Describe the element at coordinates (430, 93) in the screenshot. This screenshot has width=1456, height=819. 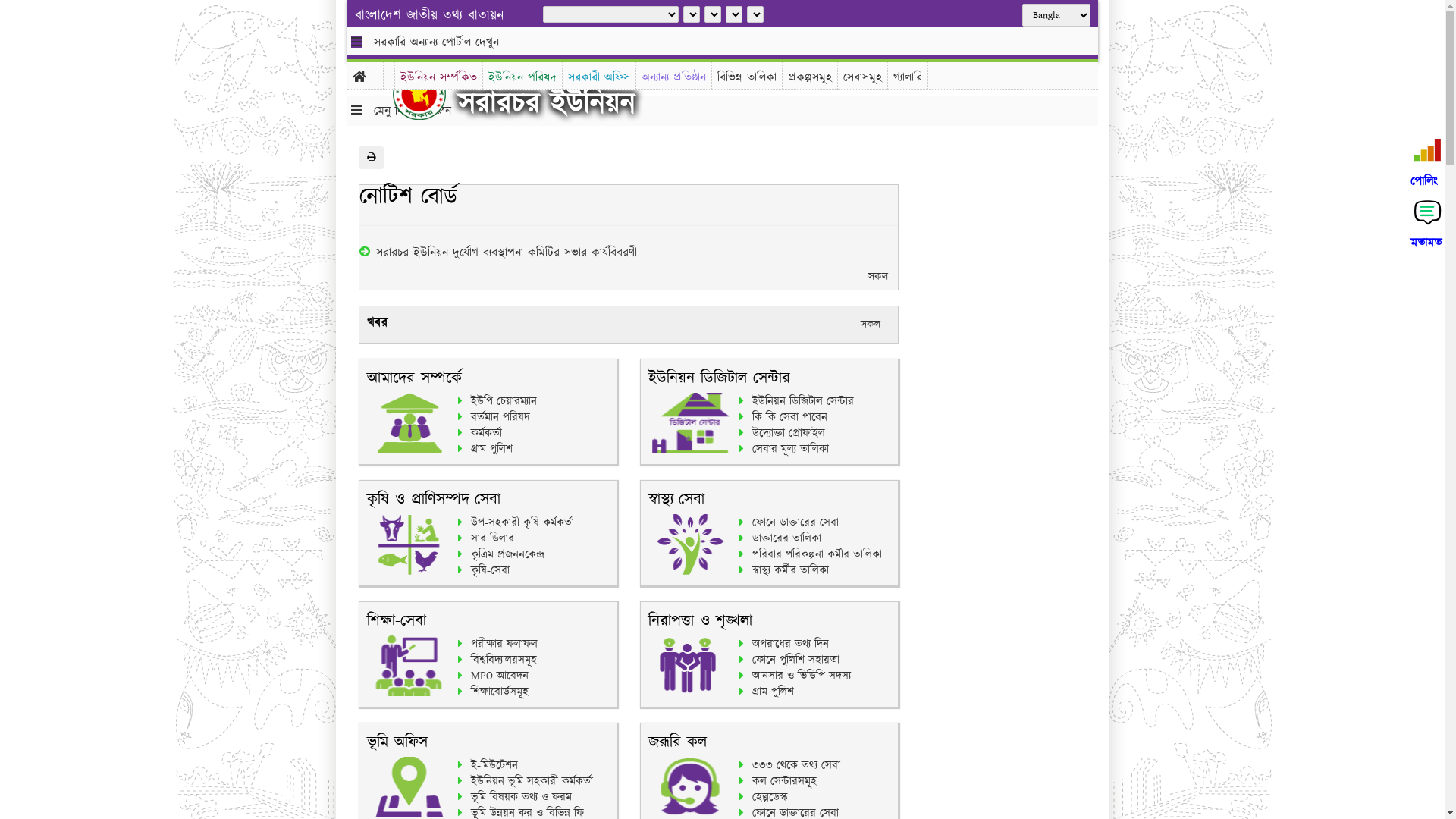
I see `'` at that location.